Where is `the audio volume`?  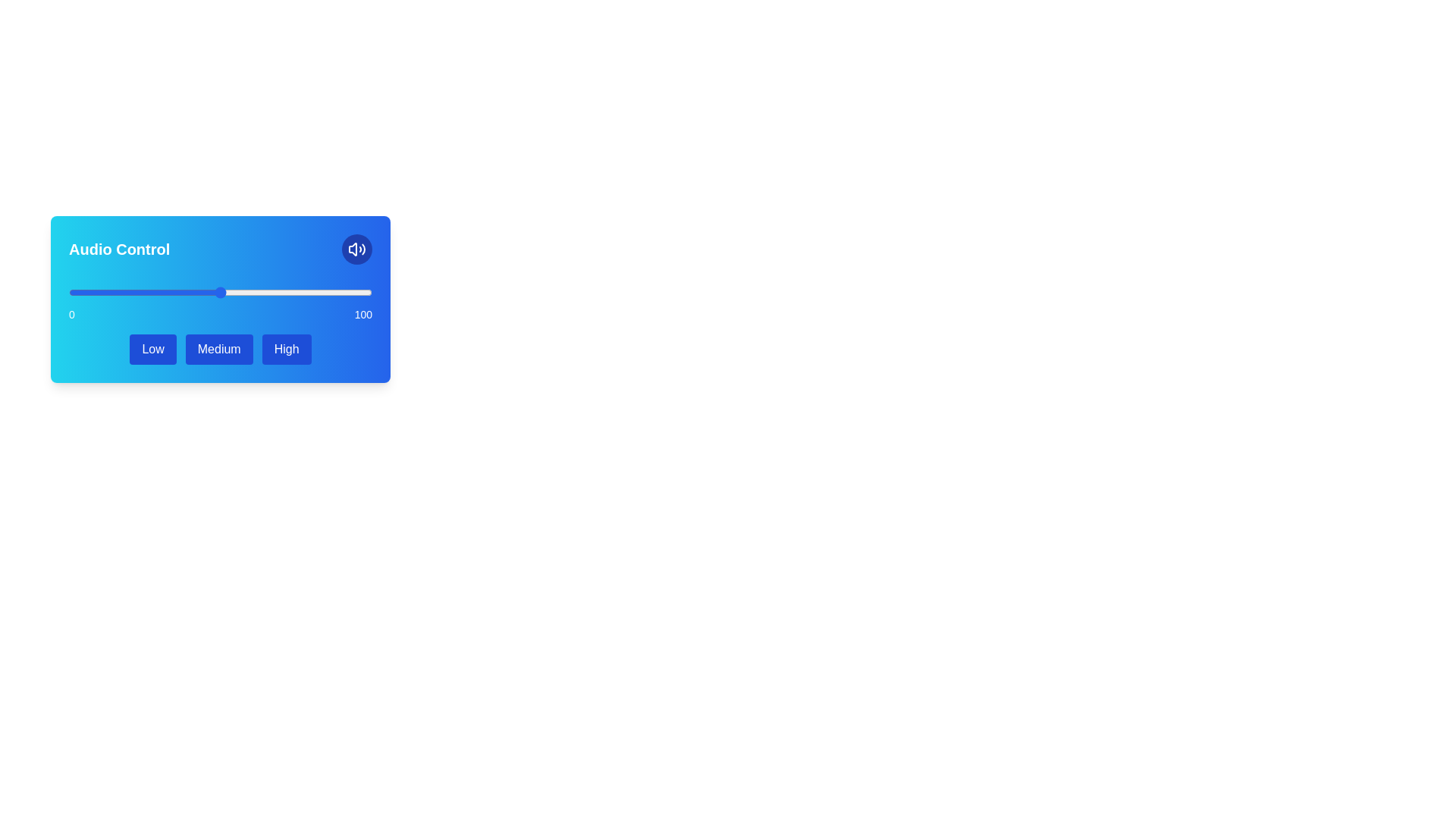
the audio volume is located at coordinates (113, 292).